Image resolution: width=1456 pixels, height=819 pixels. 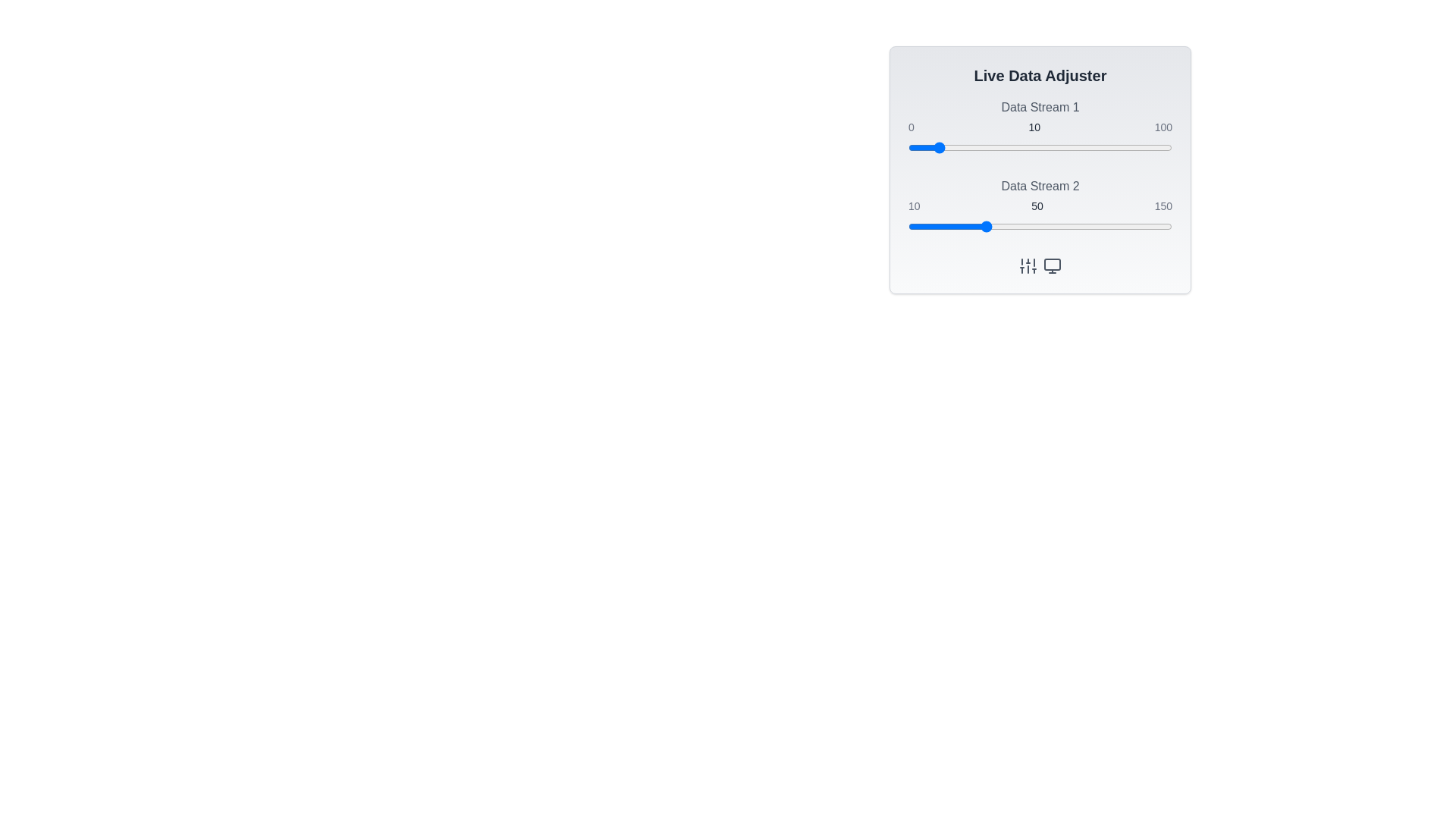 I want to click on the static text label displaying the value '100', which is styled in a small font size and gray color, located at the end of the slider component for 'Data Stream 1', so click(x=1163, y=127).